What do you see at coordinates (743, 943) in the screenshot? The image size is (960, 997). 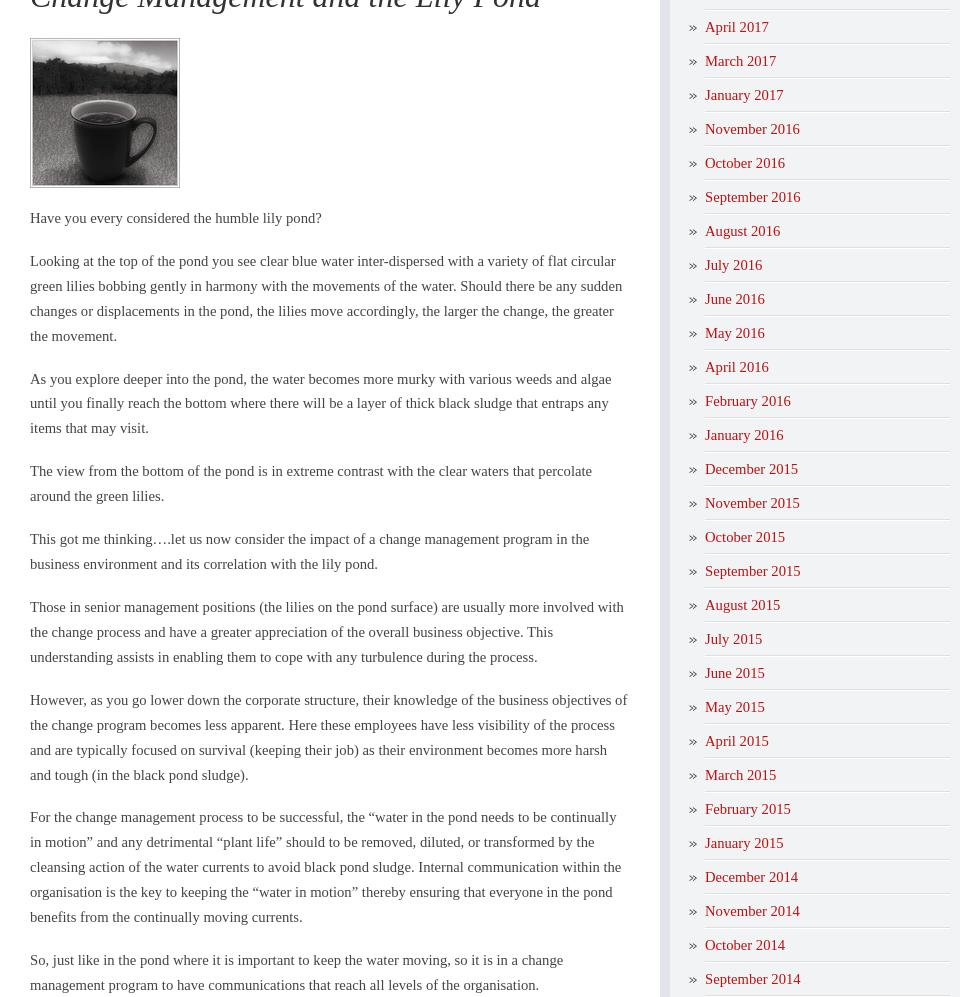 I see `'October 2014'` at bounding box center [743, 943].